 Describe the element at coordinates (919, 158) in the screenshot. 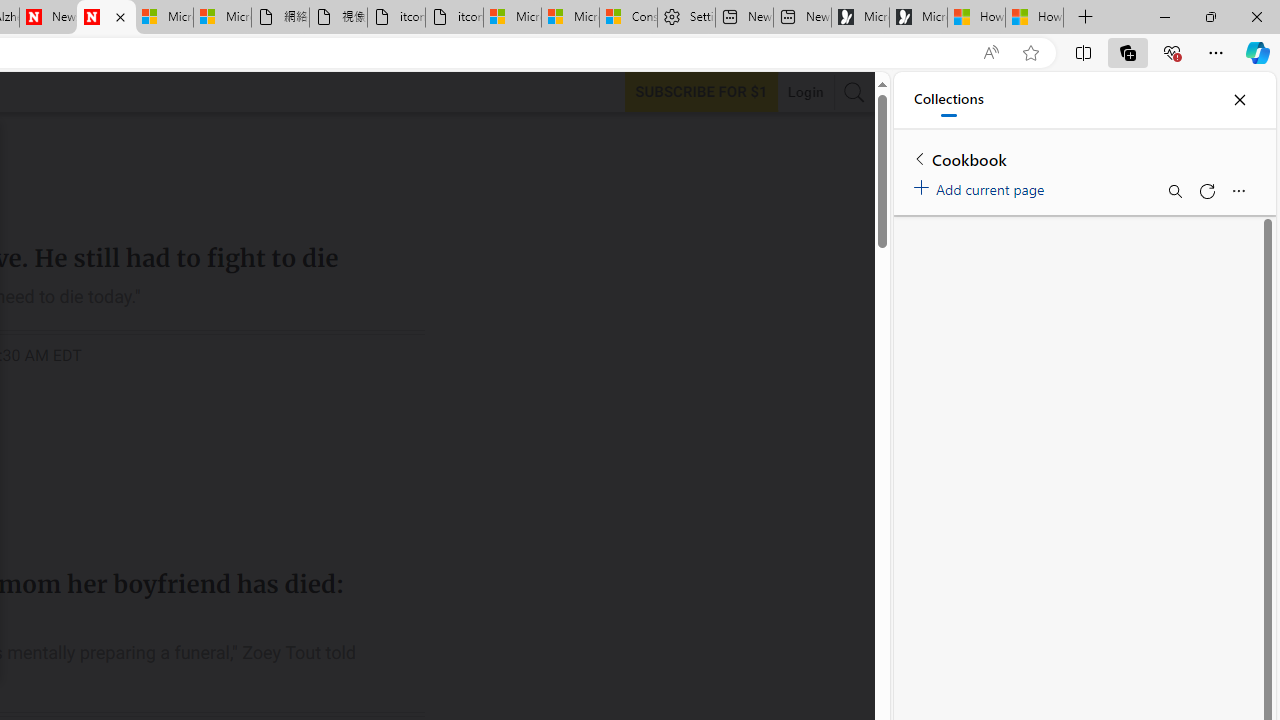

I see `'Back to list of collections'` at that location.